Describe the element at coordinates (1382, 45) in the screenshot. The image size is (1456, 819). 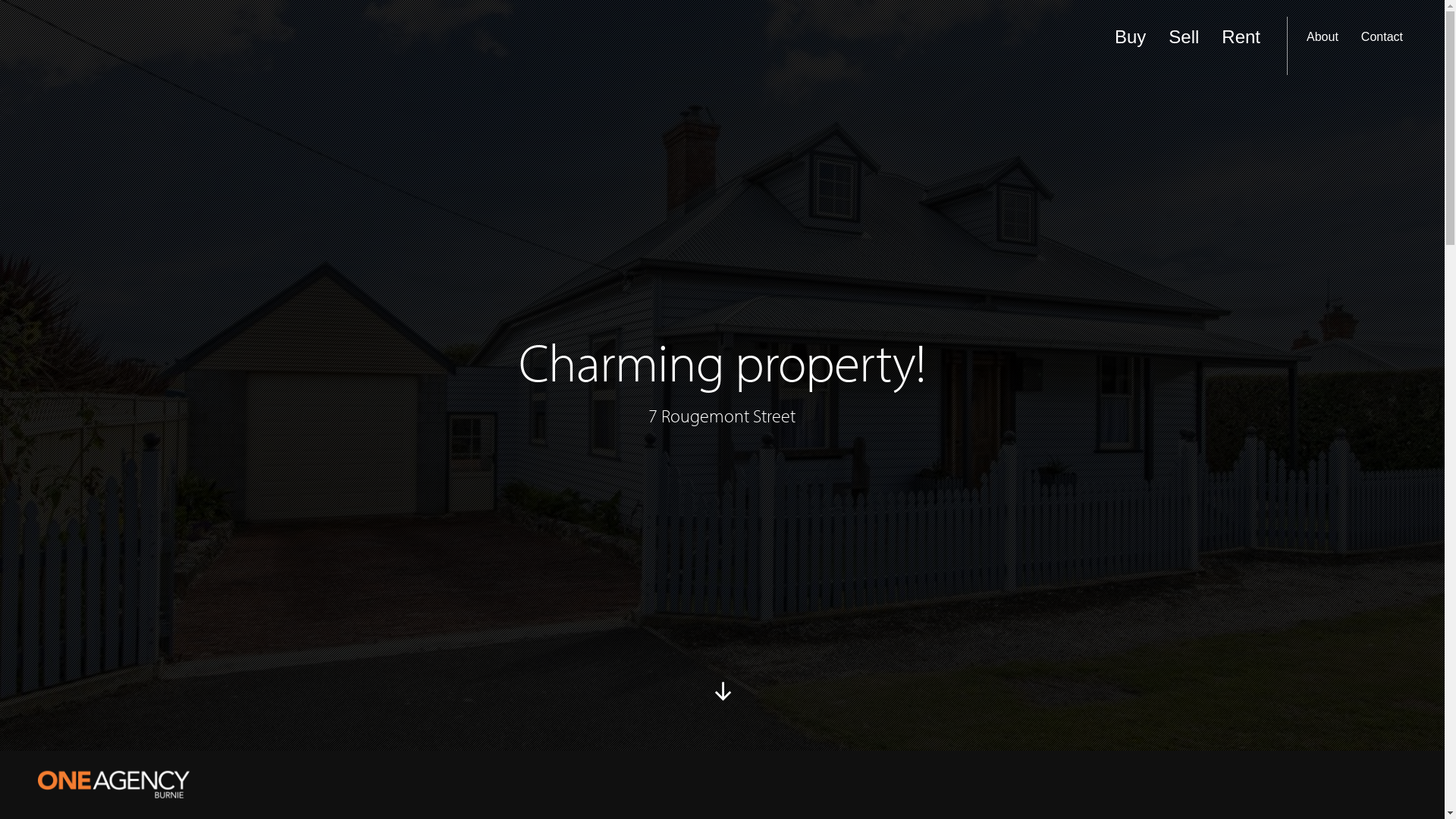
I see `'Contact'` at that location.